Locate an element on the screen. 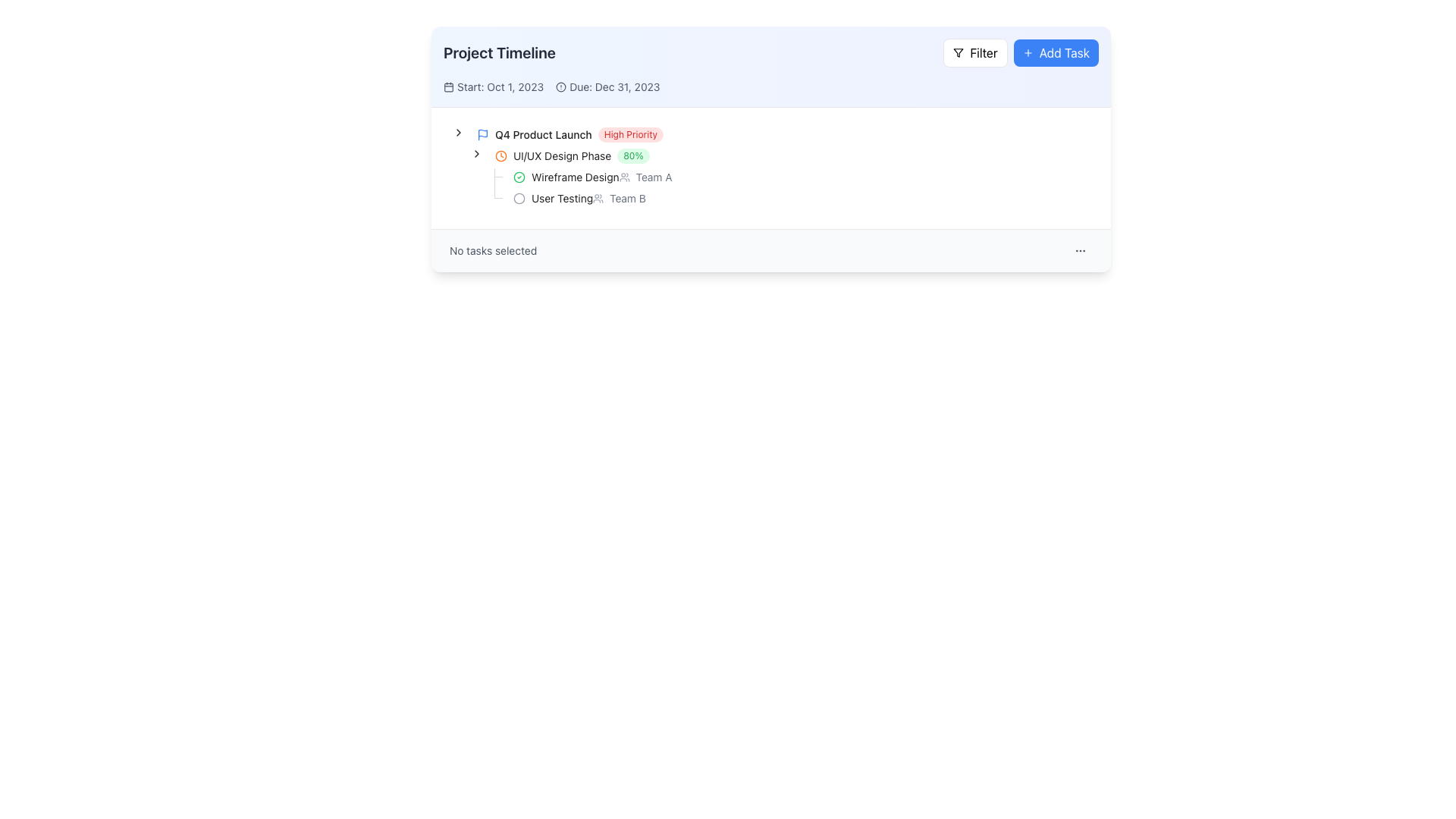 This screenshot has height=819, width=1456. on the task element representing a specific phase or task within the project timeline, located under 'Q4 Product Launch' is located at coordinates (571, 155).